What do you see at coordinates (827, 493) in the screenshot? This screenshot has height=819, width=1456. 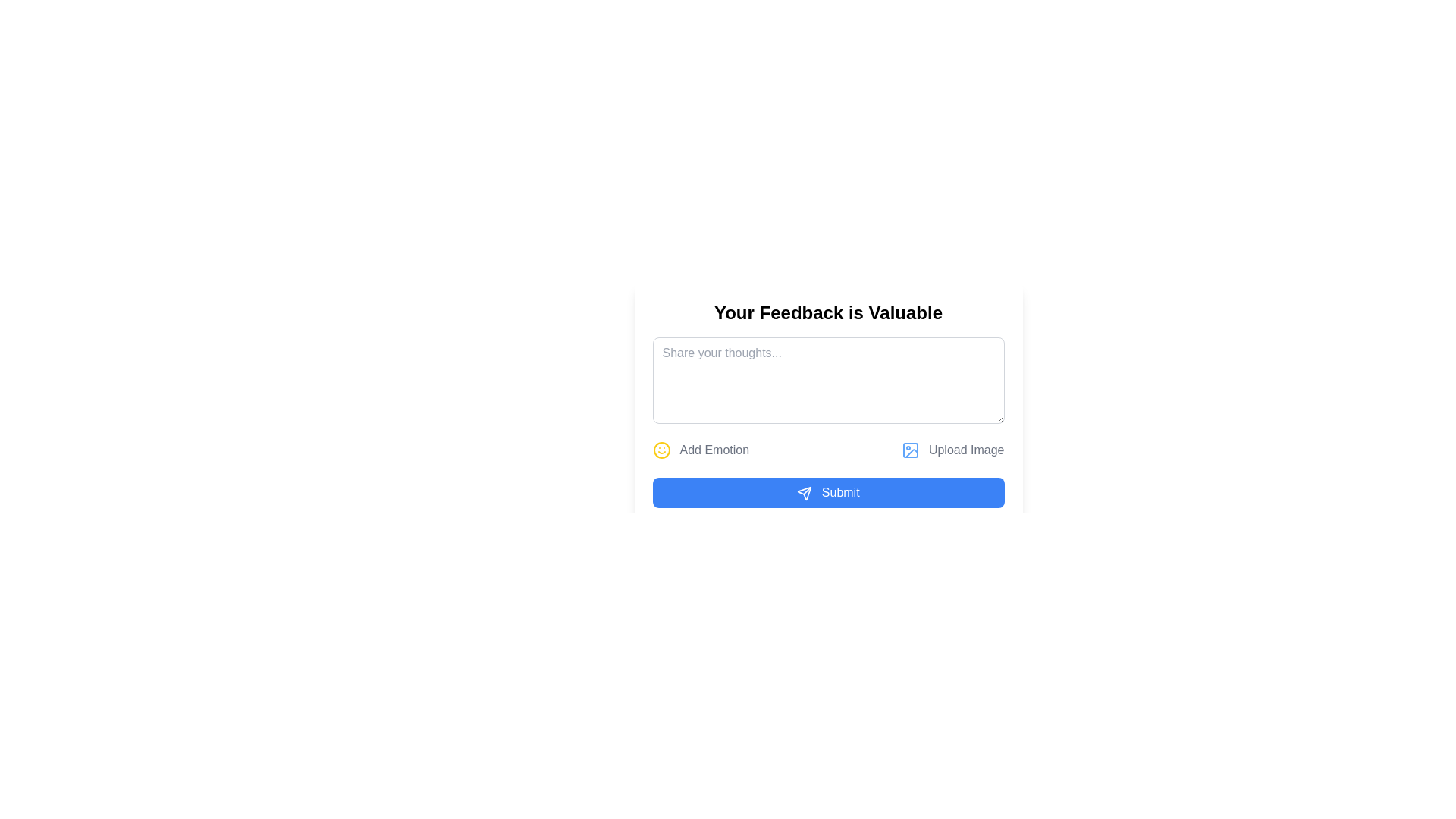 I see `the 'Submit' button with a blue background and rounded corners` at bounding box center [827, 493].